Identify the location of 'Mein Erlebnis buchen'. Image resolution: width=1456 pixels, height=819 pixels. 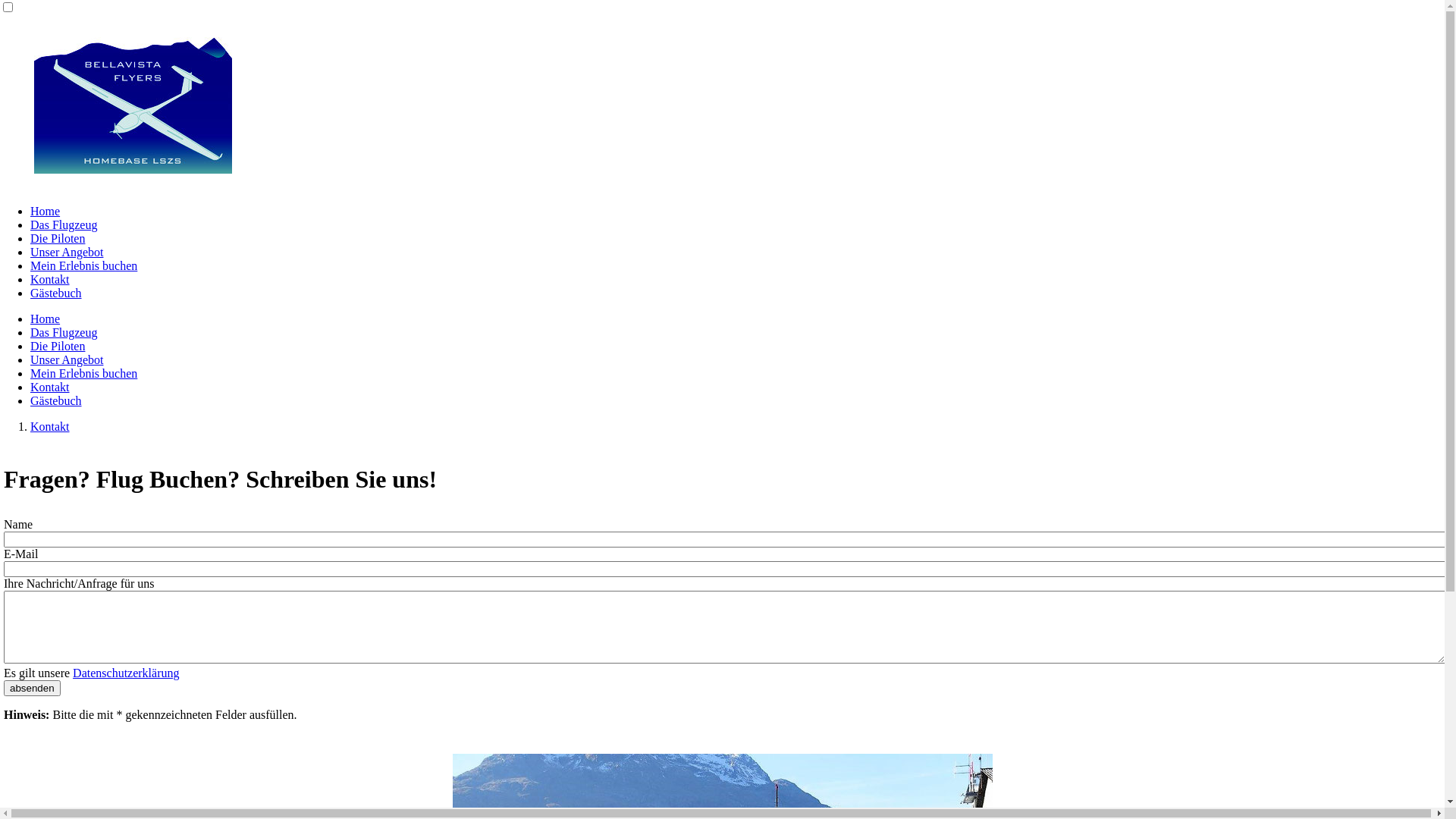
(83, 373).